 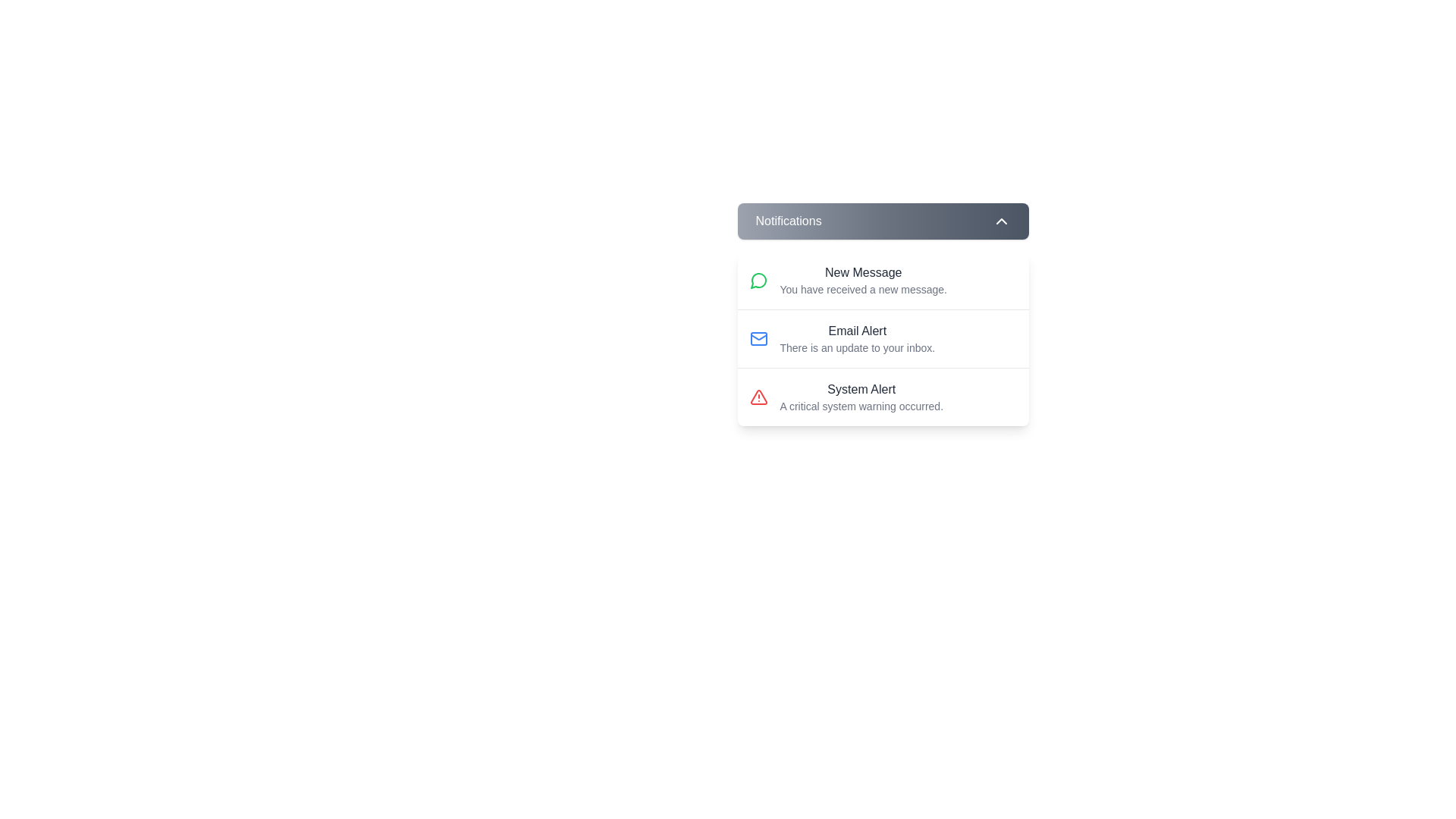 What do you see at coordinates (883, 337) in the screenshot?
I see `the second entry in the notification list` at bounding box center [883, 337].